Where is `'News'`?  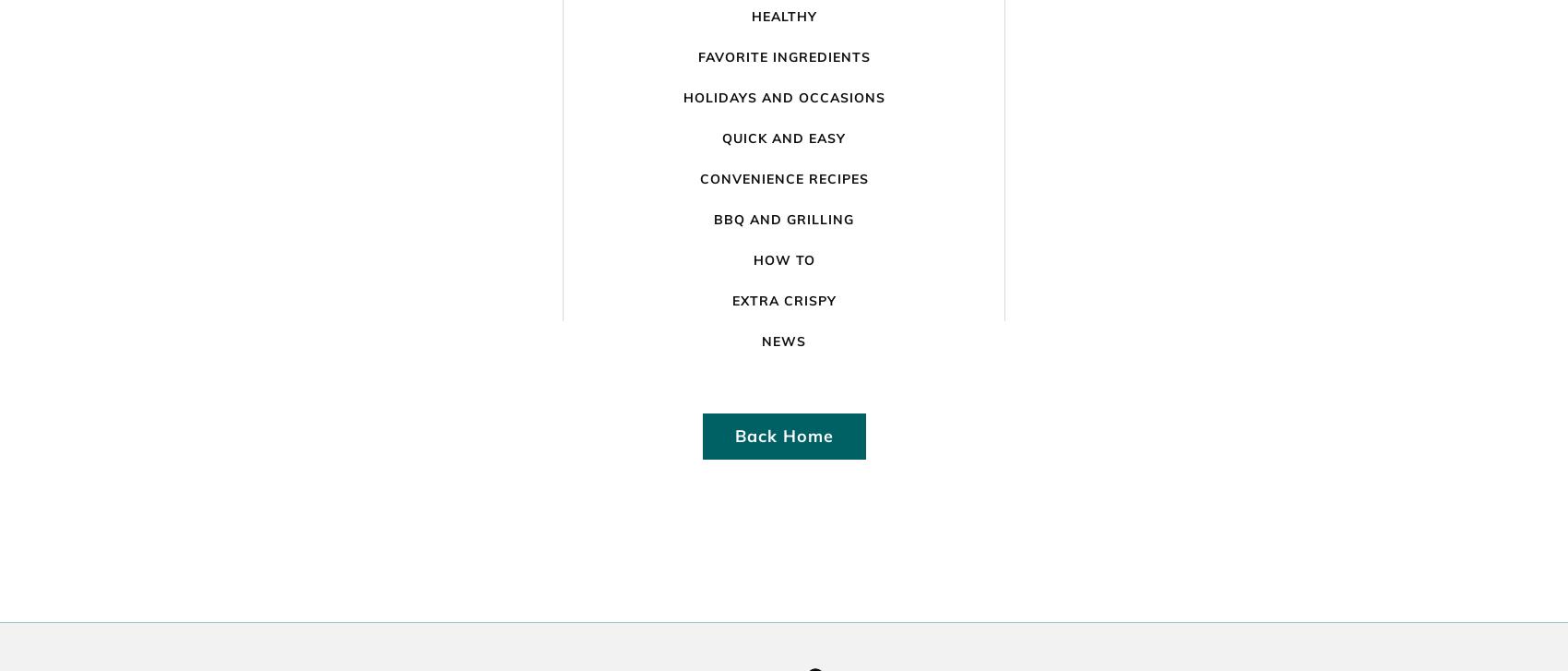
'News' is located at coordinates (784, 340).